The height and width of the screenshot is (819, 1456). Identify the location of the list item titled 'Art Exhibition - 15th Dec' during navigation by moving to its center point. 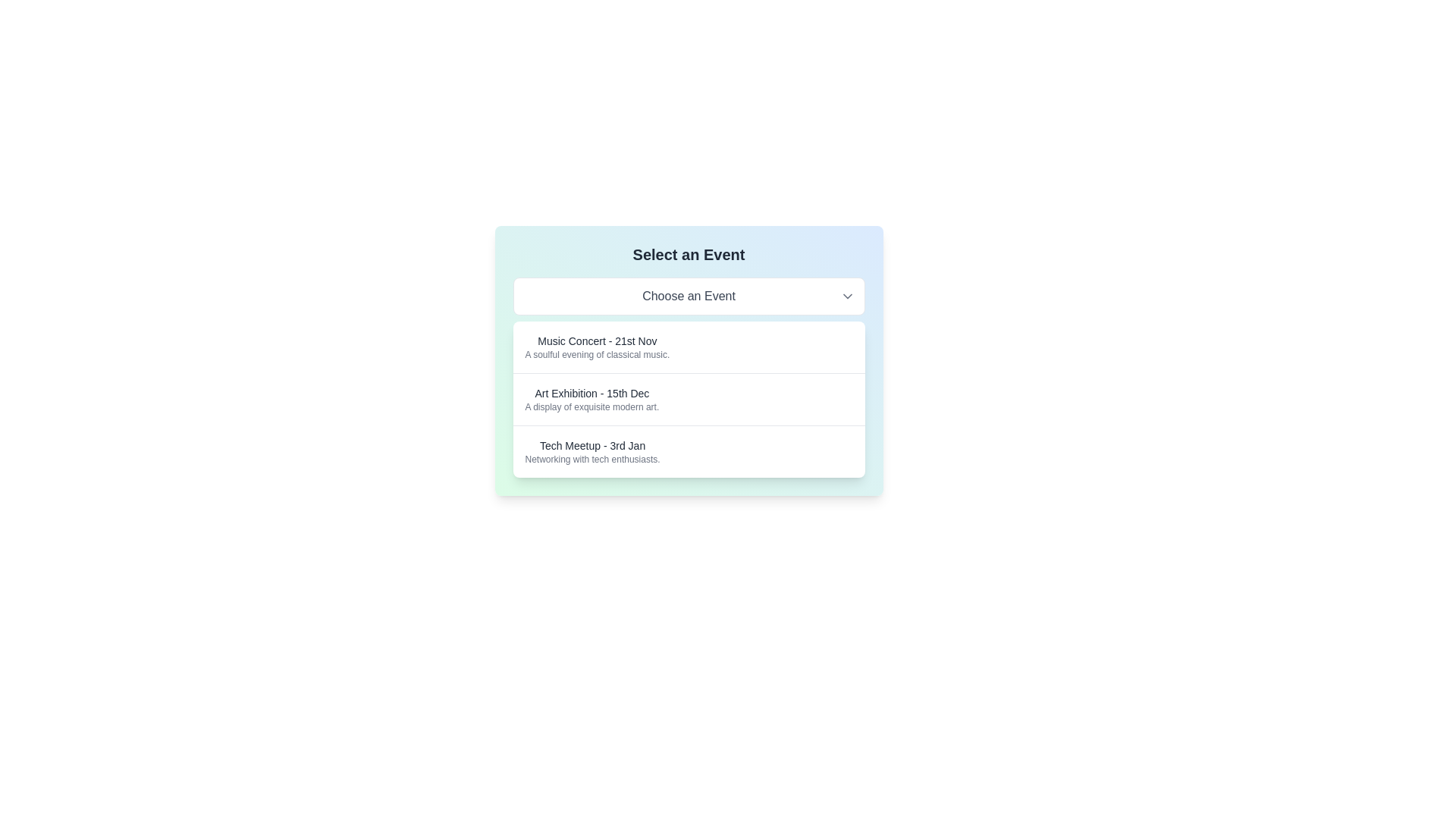
(688, 399).